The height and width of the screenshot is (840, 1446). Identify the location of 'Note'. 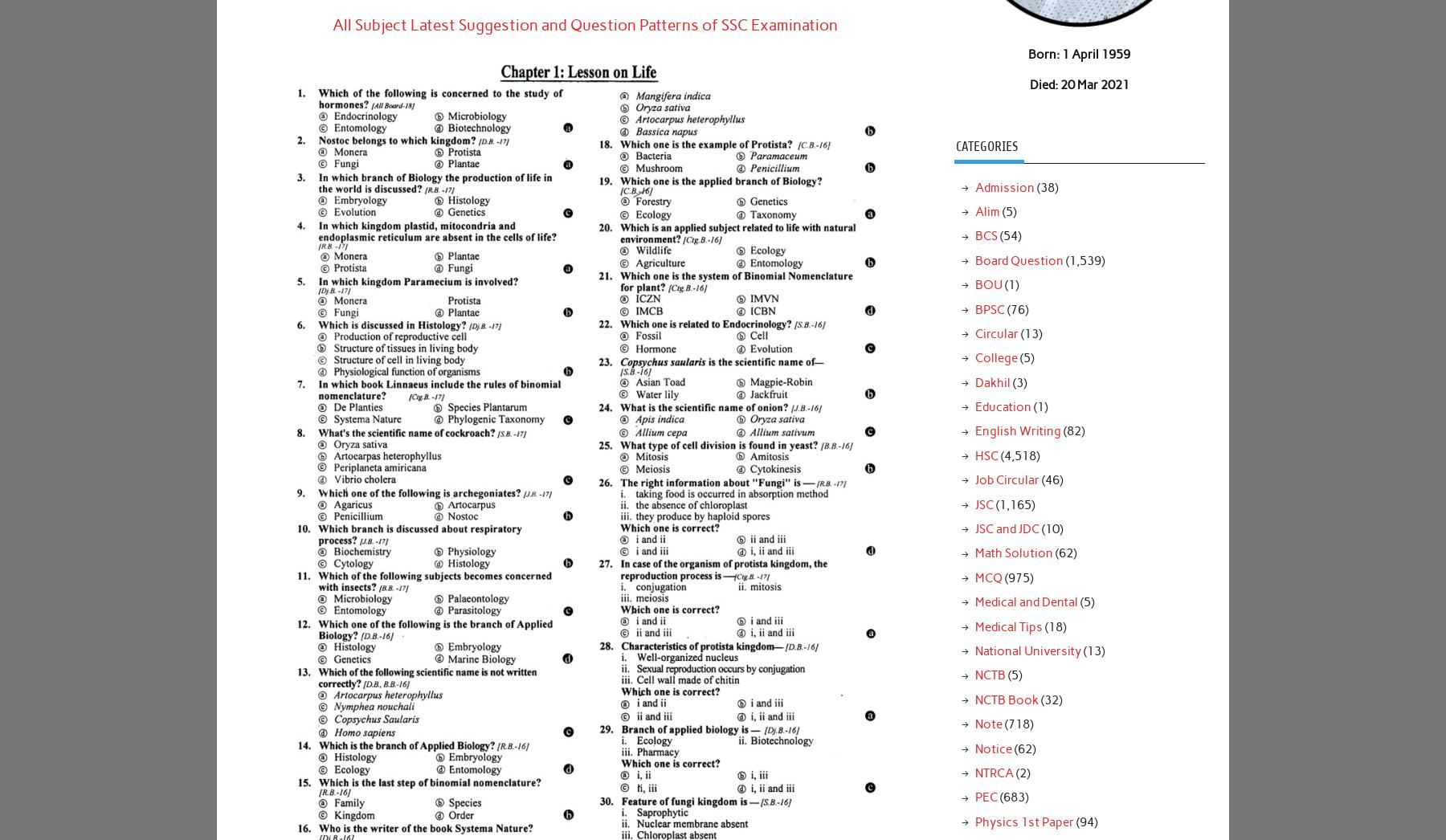
(986, 724).